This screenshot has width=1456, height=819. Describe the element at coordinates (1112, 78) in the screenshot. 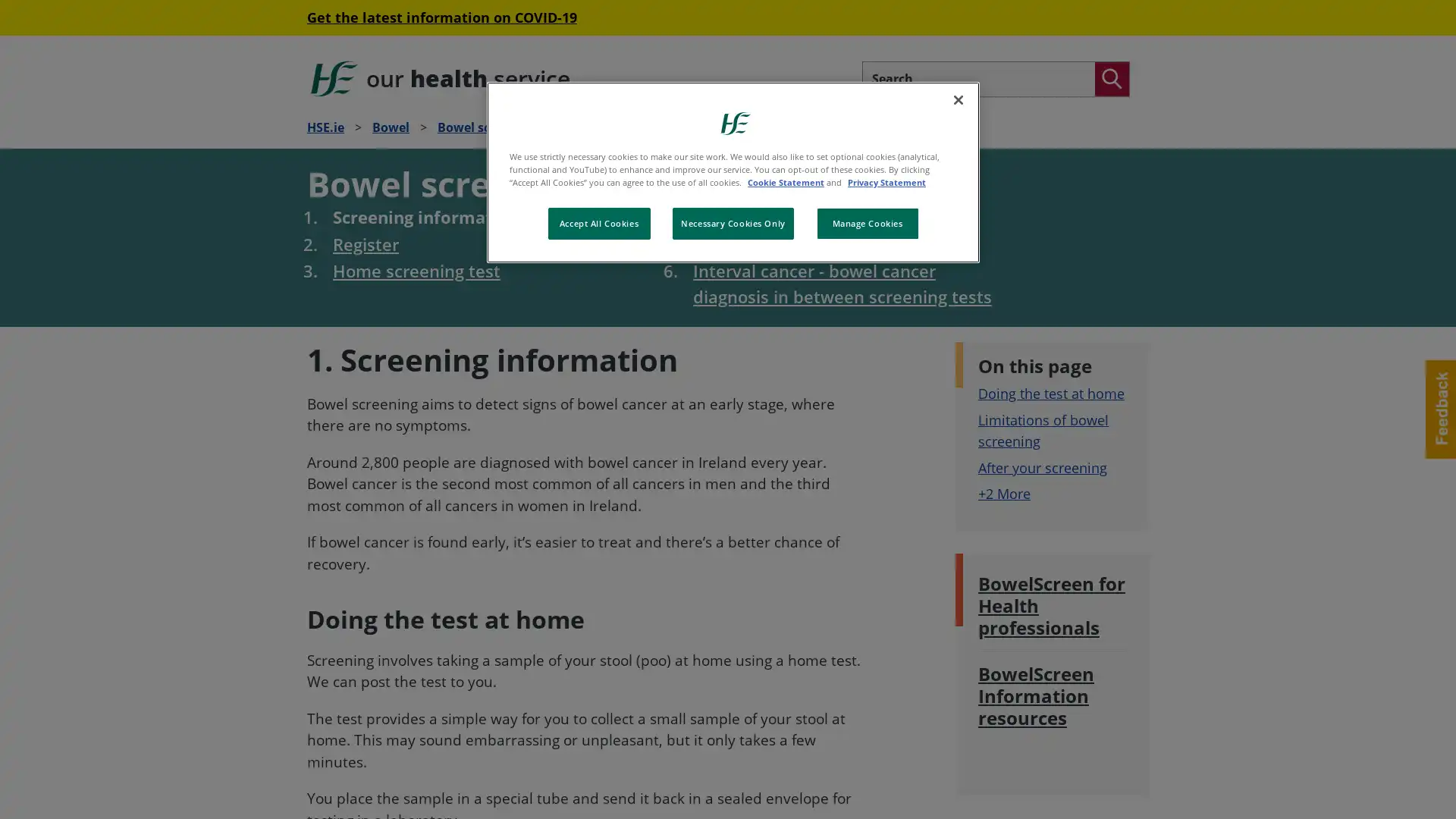

I see `Search` at that location.